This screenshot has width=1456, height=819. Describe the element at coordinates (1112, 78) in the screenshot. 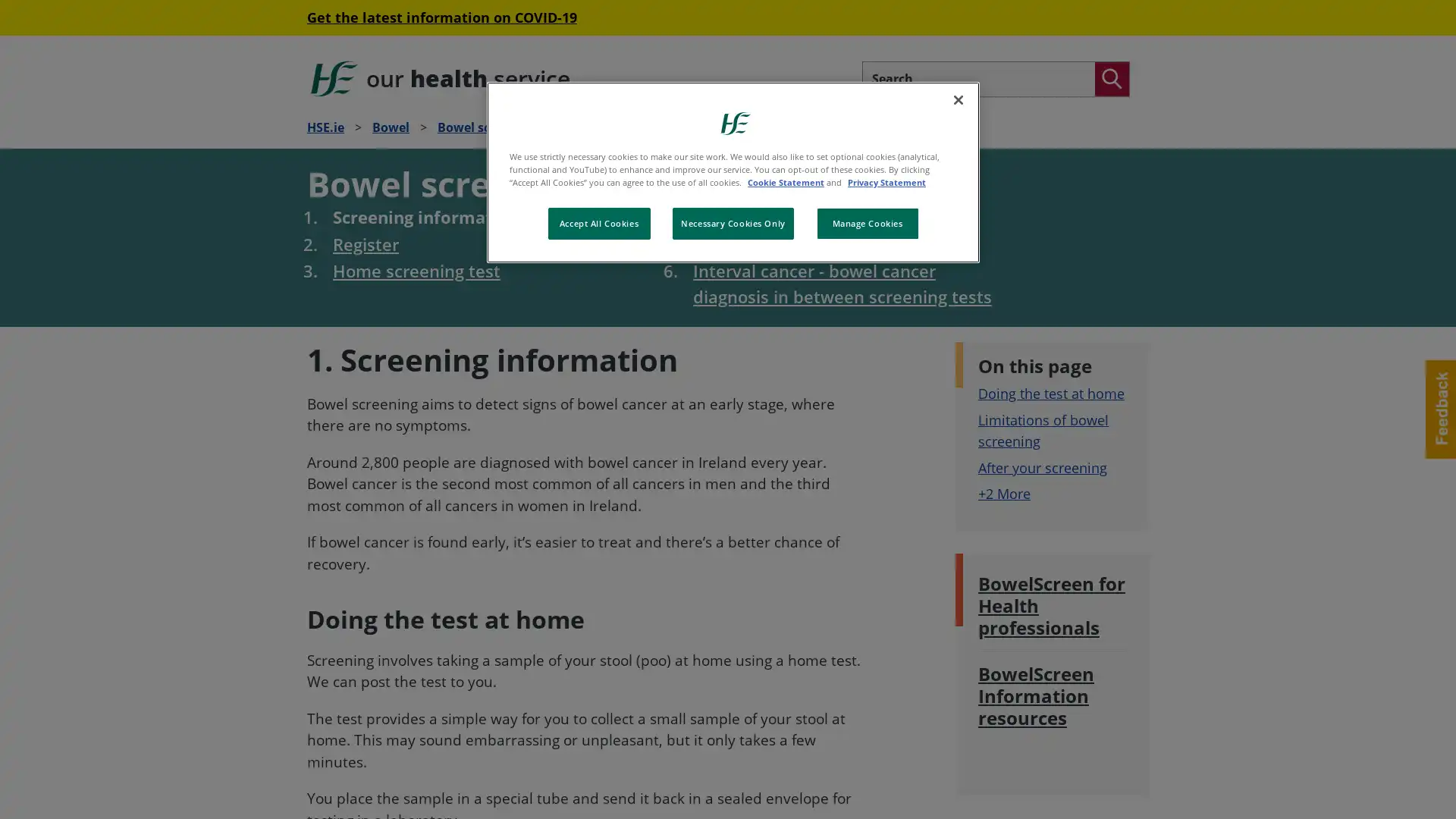

I see `Search` at that location.